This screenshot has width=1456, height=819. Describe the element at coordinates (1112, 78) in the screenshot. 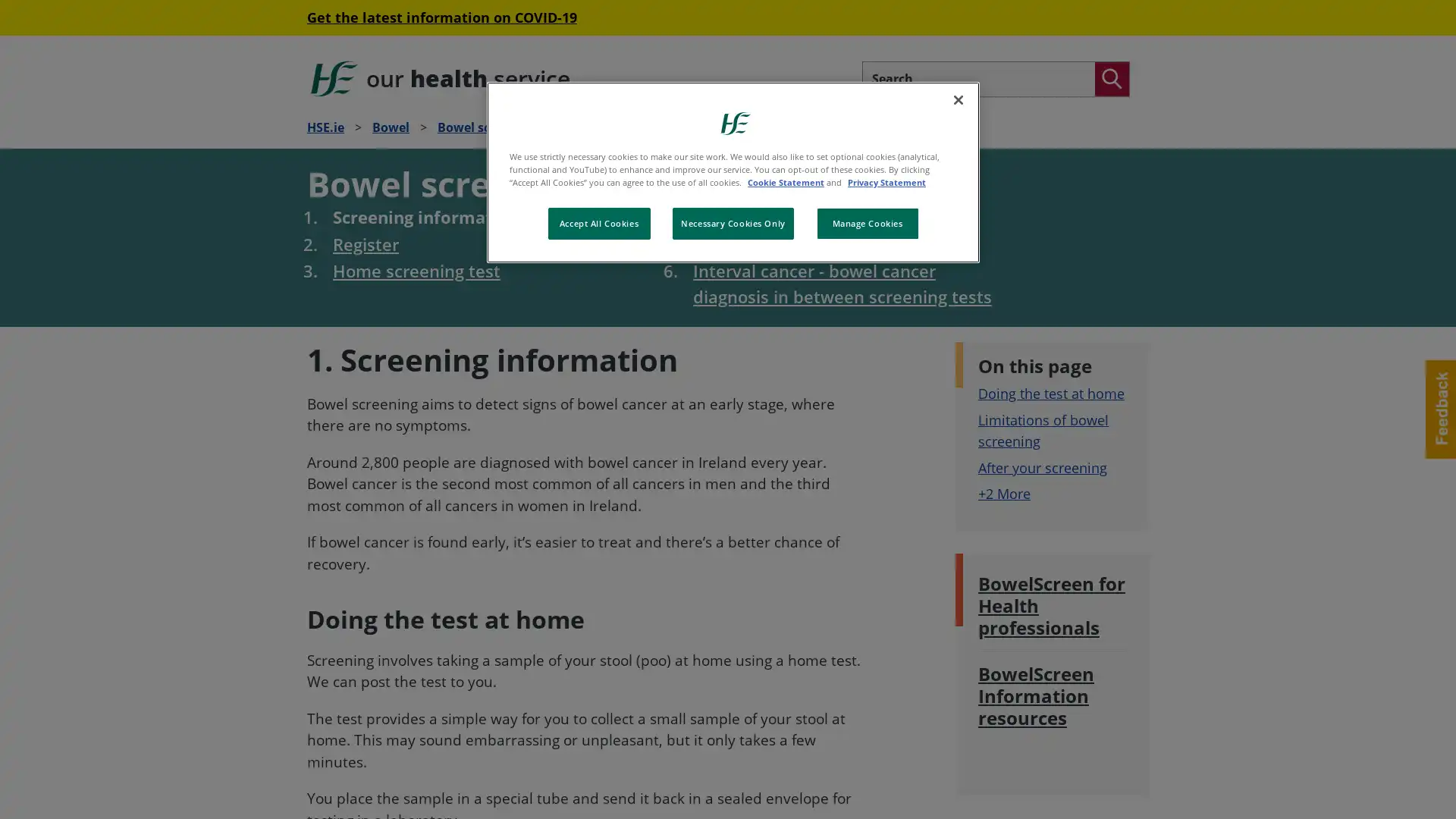

I see `Search` at that location.